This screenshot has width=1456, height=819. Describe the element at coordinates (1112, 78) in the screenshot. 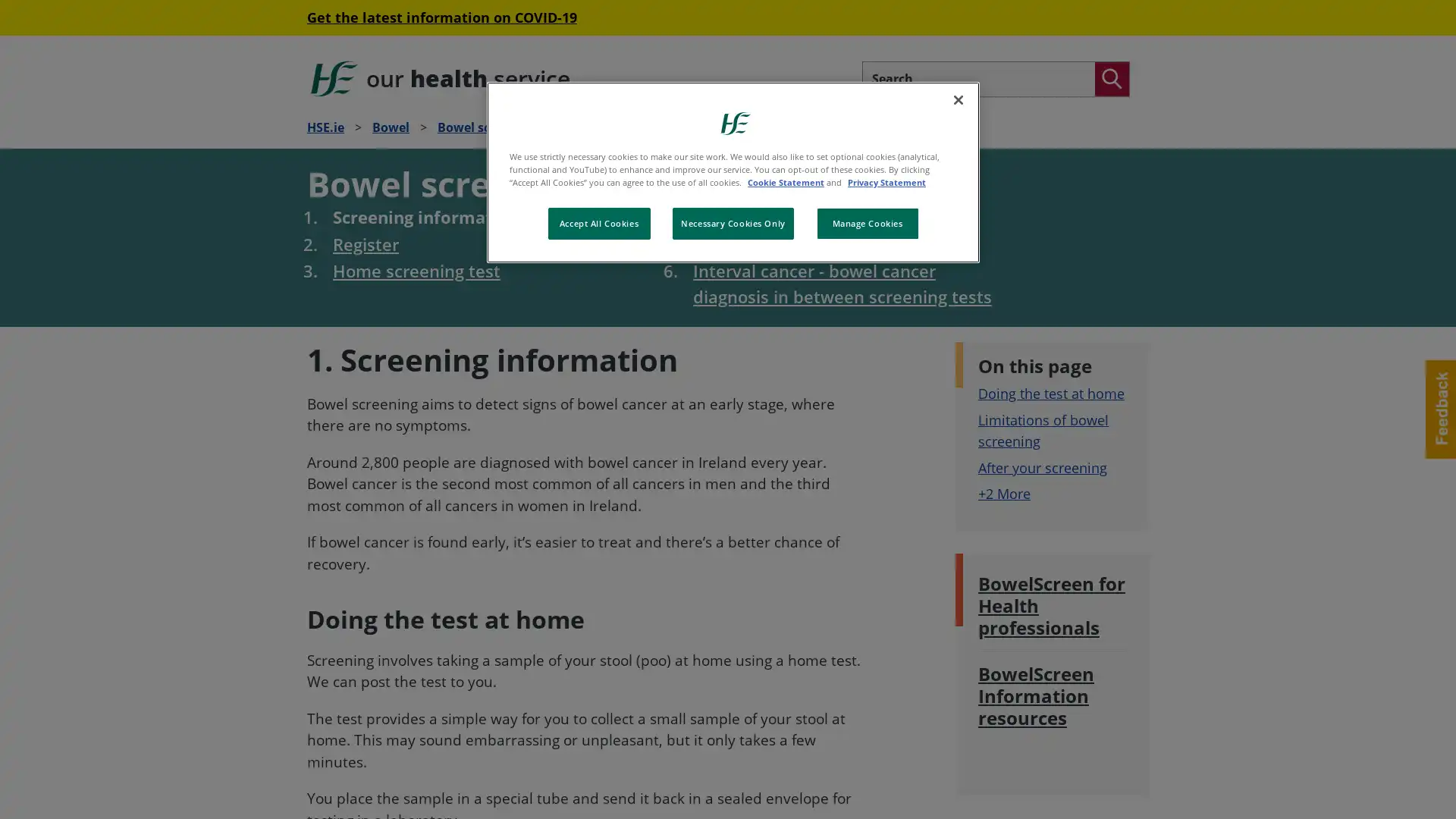

I see `Search` at that location.